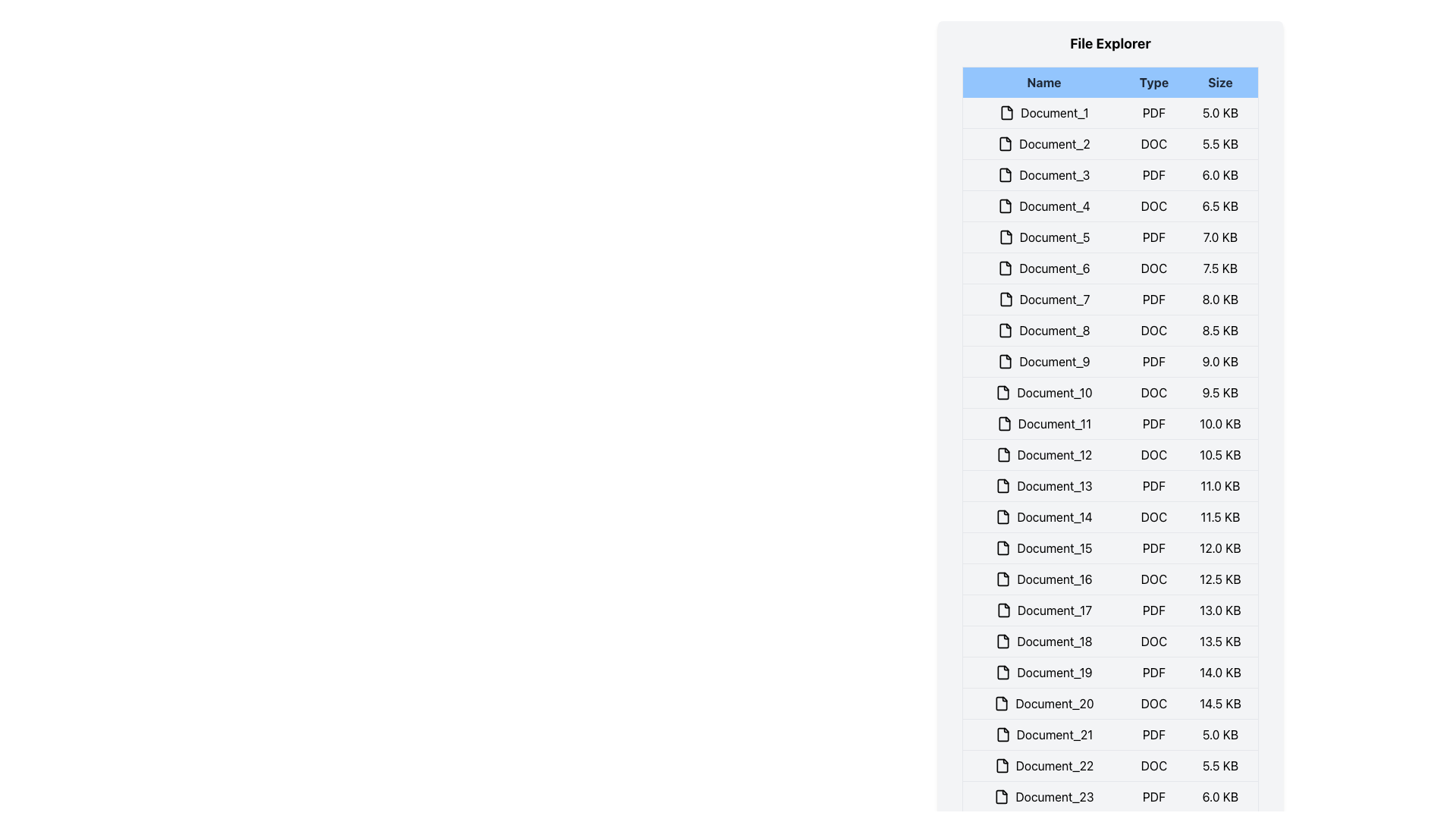 The image size is (1456, 819). Describe the element at coordinates (1110, 641) in the screenshot. I see `the file entry for 'Document_18'` at that location.